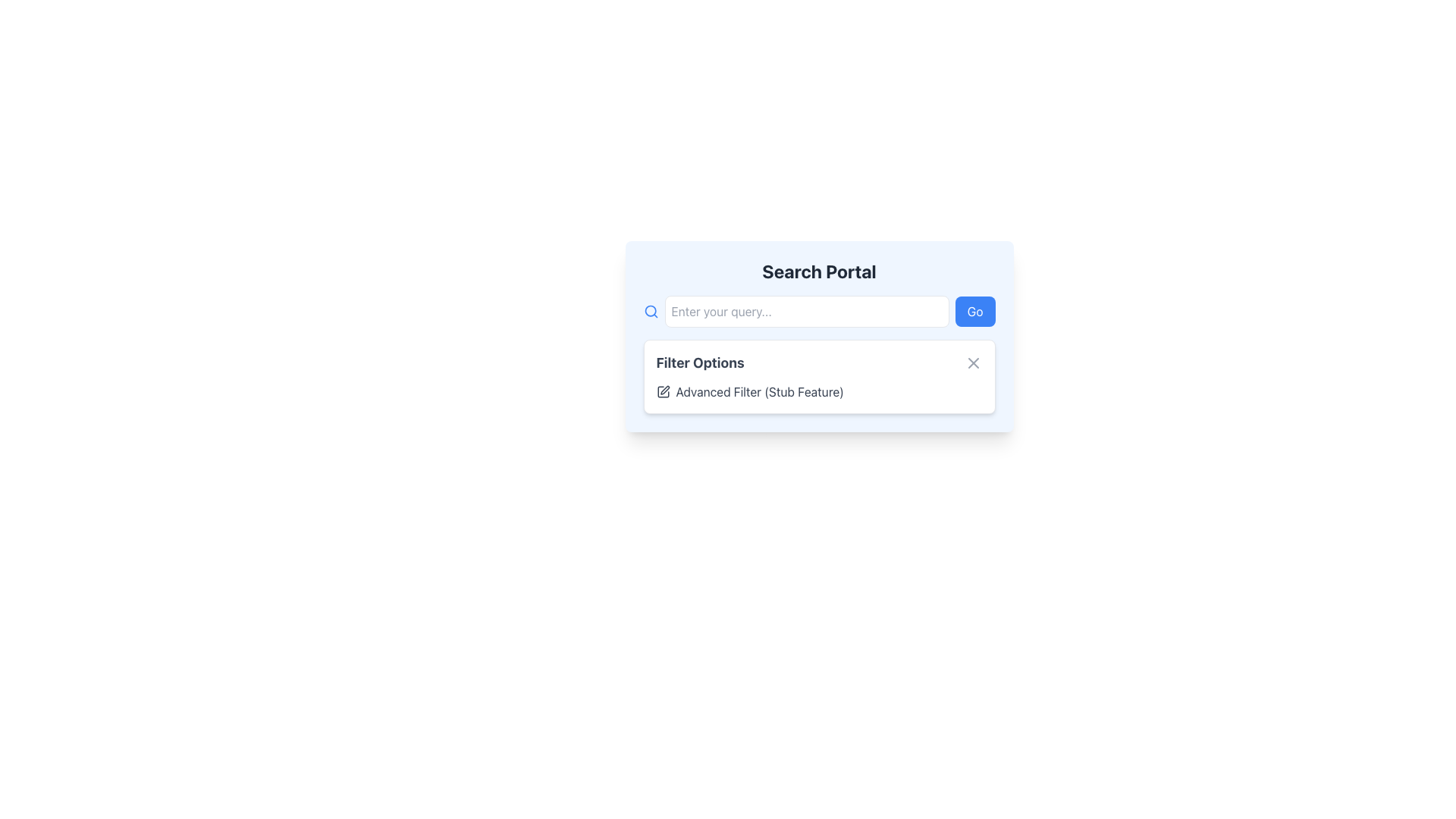  Describe the element at coordinates (650, 310) in the screenshot. I see `the circular graphic element of the Search icon, which has a blue outer stroke and a lighter inner fill, located to the left of the text input box` at that location.